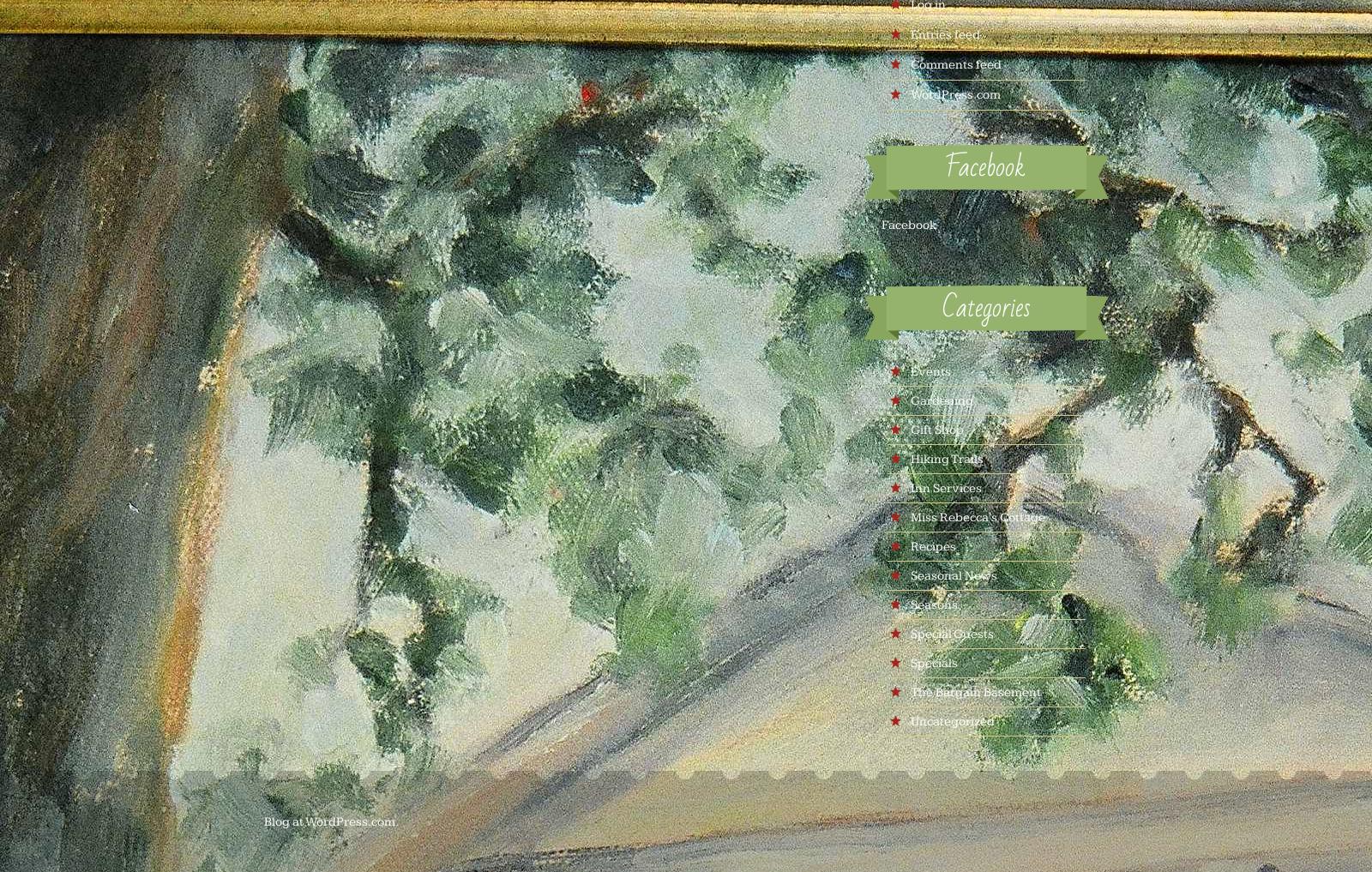  What do you see at coordinates (977, 516) in the screenshot?
I see `'Miss Rebecca's Cottage'` at bounding box center [977, 516].